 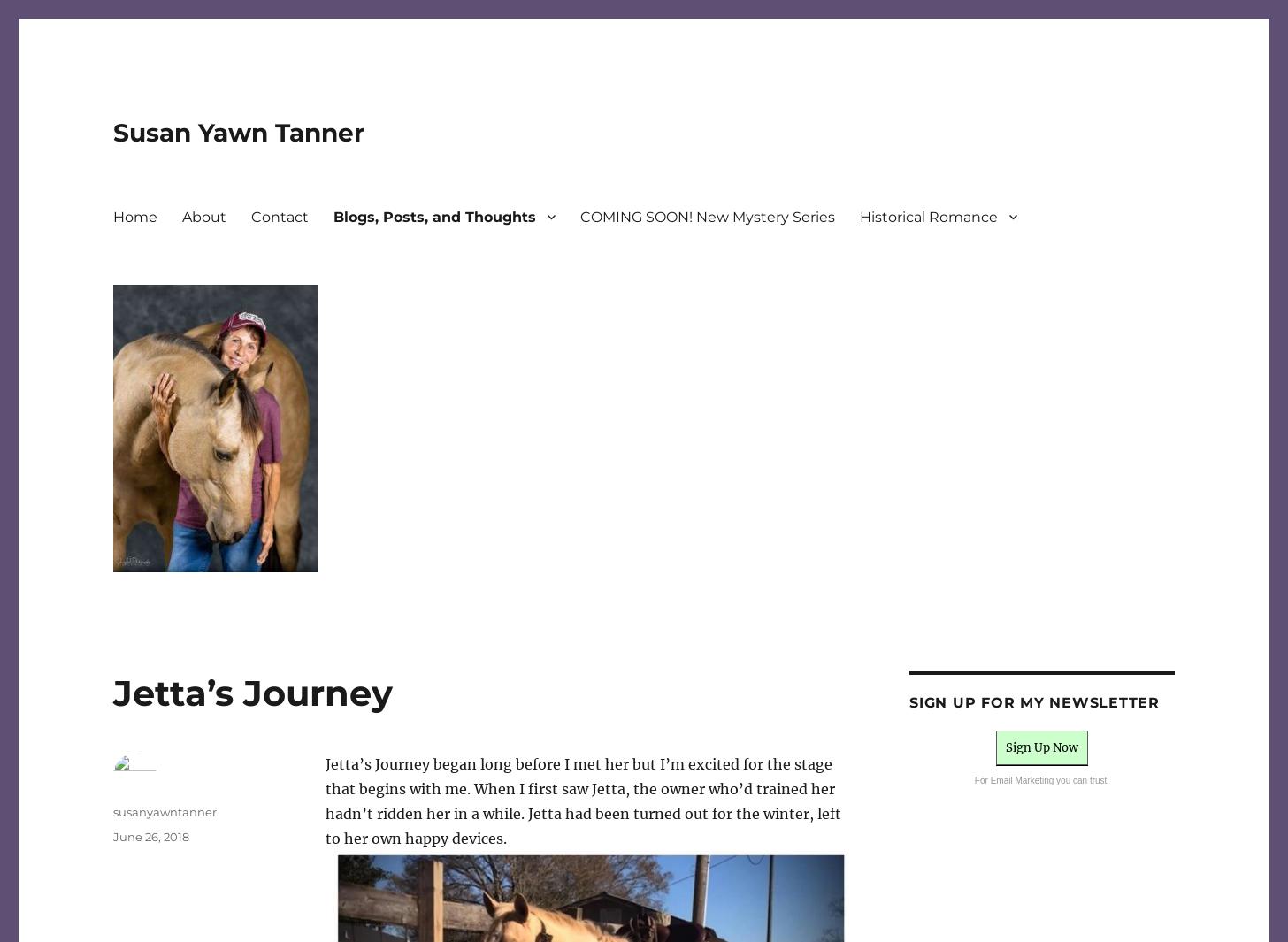 I want to click on 'Home', so click(x=135, y=215).